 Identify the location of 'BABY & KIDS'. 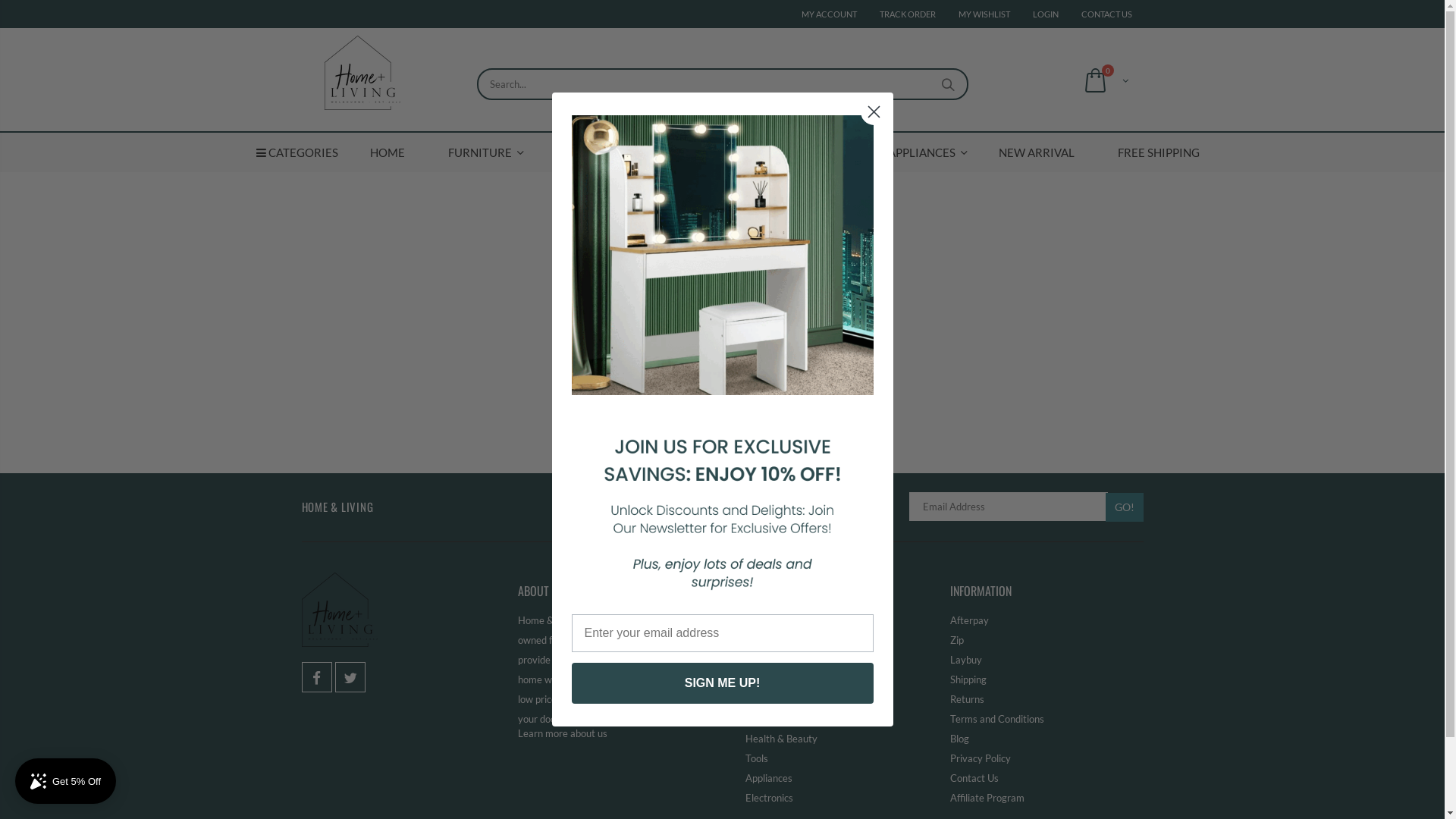
(588, 152).